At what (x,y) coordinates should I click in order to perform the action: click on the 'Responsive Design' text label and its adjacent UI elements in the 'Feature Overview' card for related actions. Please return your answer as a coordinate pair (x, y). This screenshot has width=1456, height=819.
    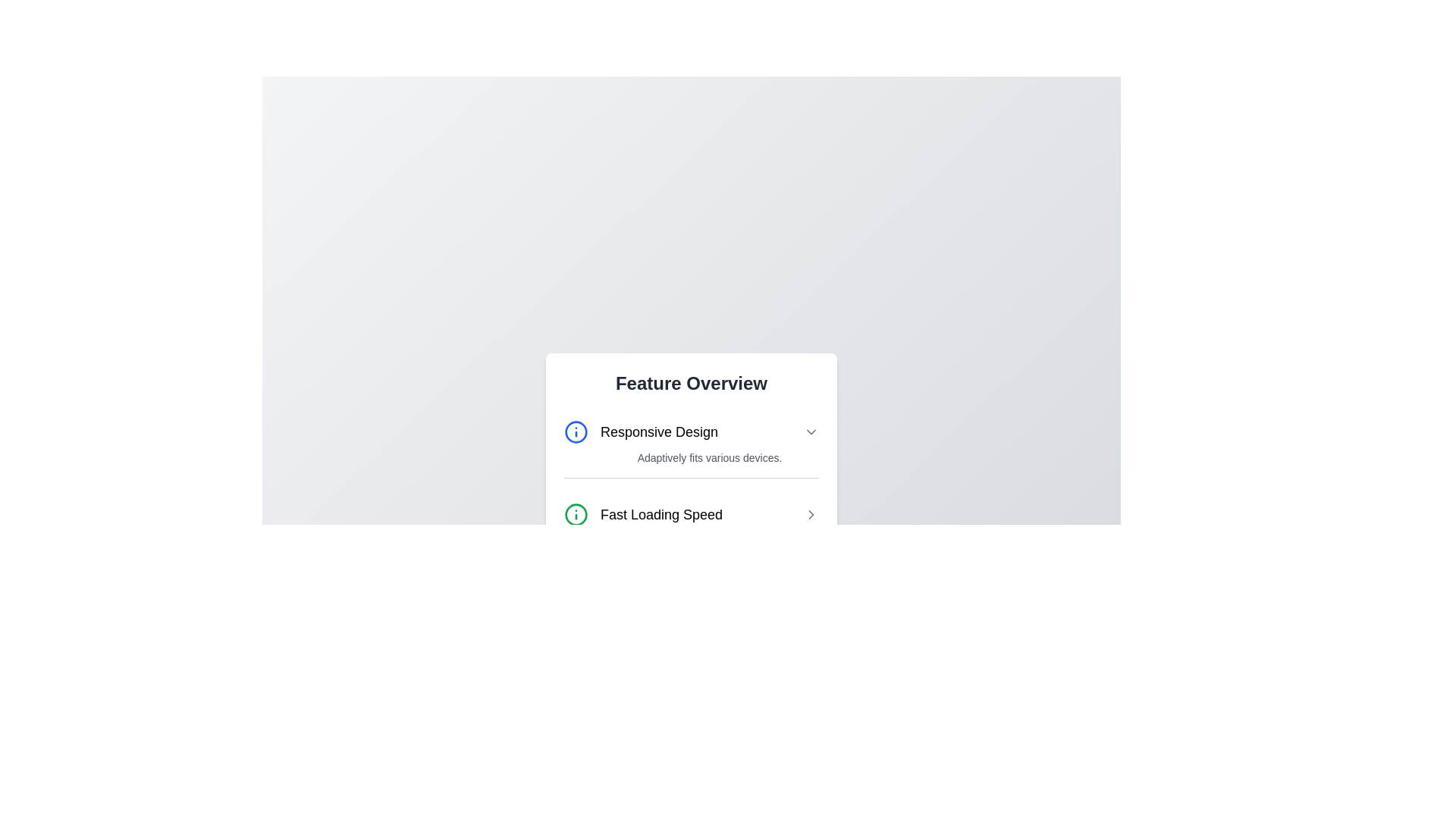
    Looking at the image, I should click on (641, 431).